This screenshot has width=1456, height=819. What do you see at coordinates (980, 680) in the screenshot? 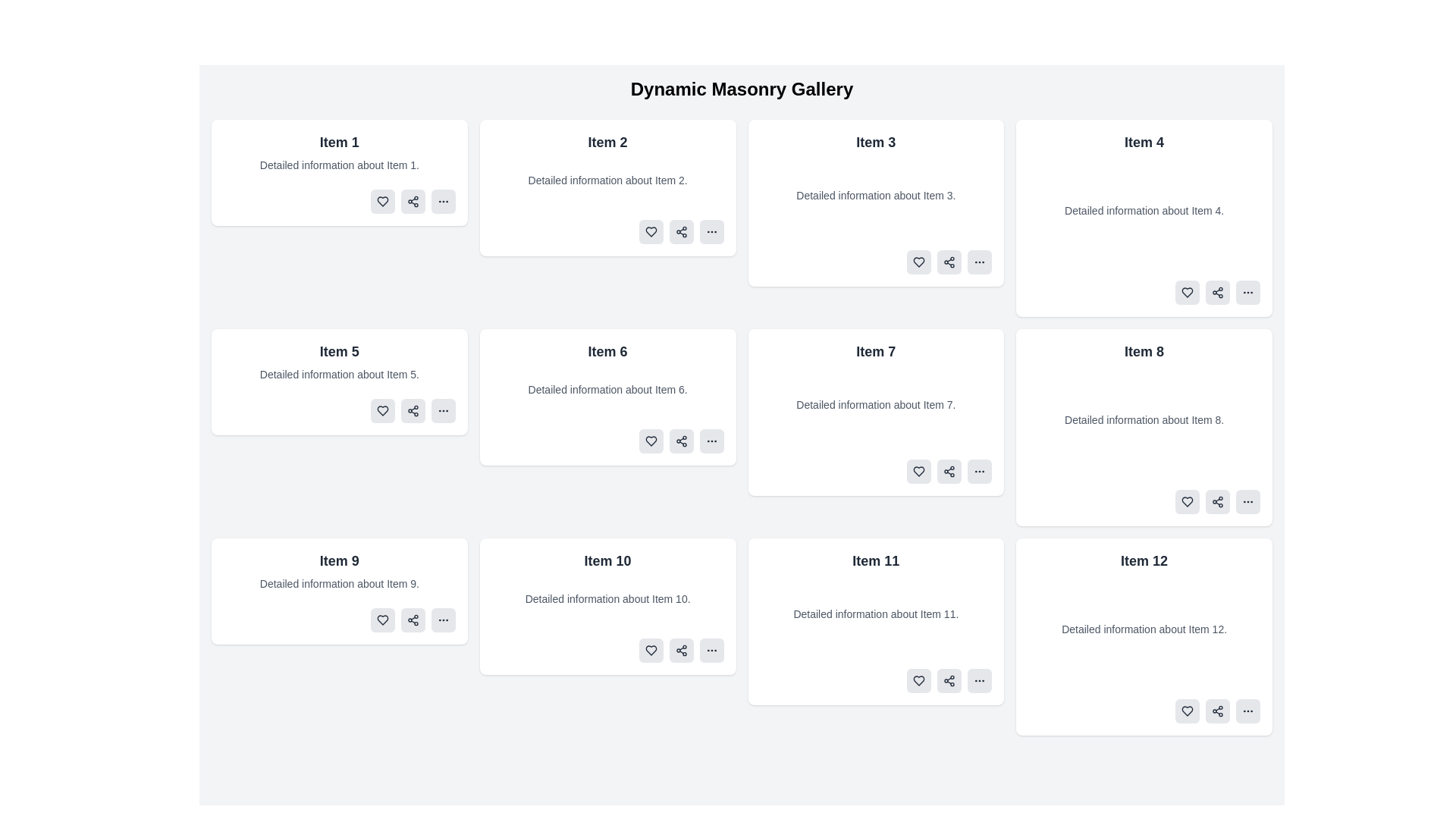
I see `the icon button located to the far right within the row of icons inside the card labeled 'Item 11'` at bounding box center [980, 680].